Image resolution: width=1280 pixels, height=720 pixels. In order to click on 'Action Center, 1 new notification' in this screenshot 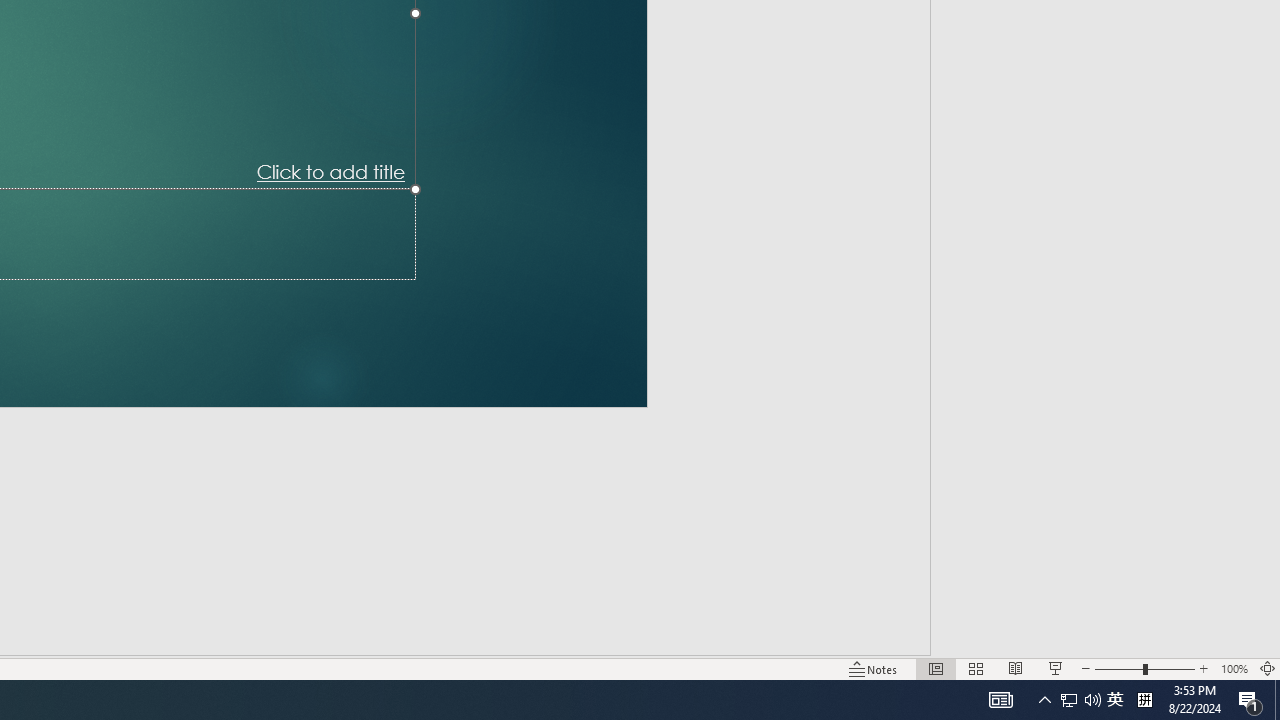, I will do `click(1250, 698)`.